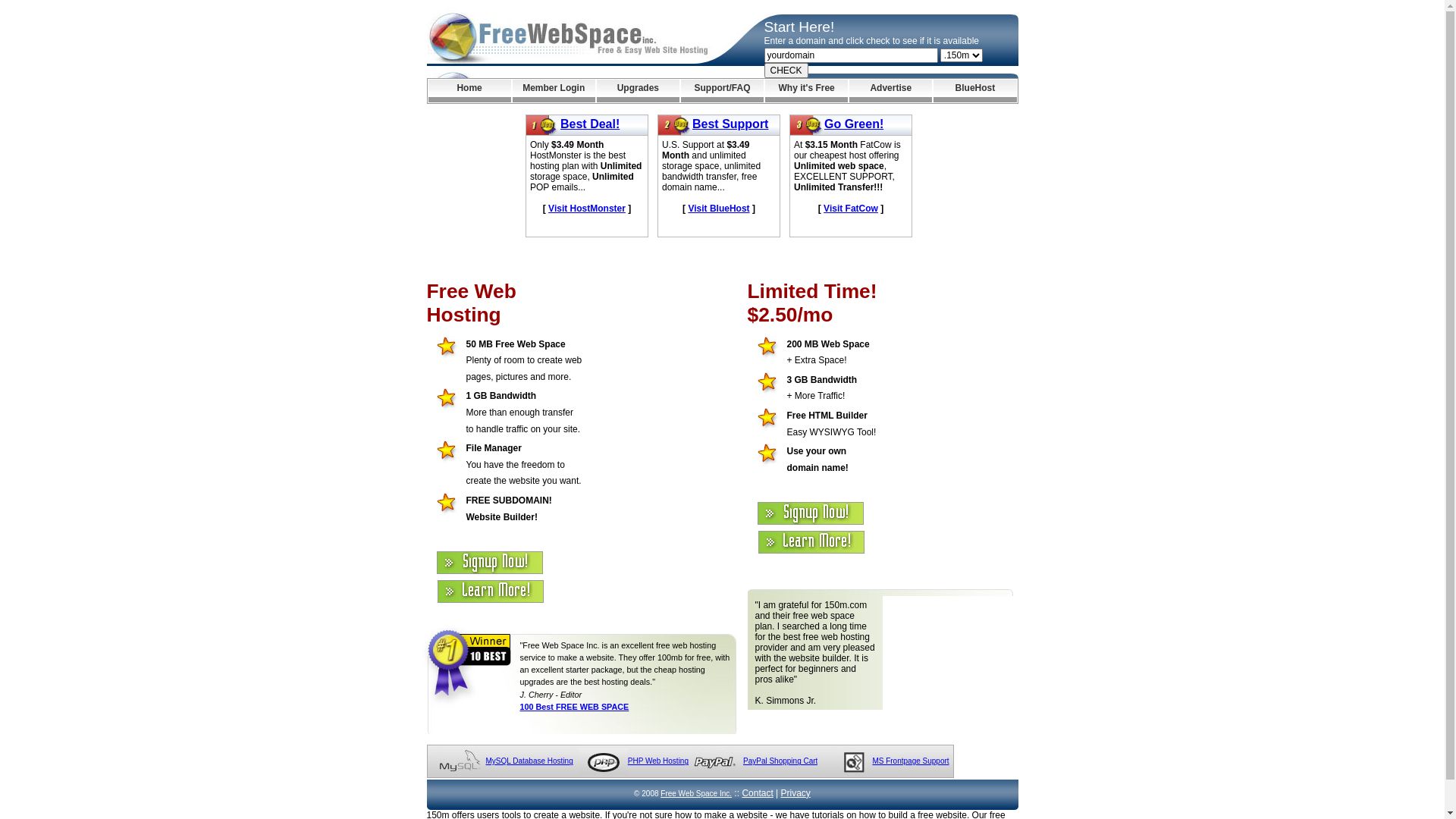 This screenshot has width=1456, height=819. I want to click on 'BlueHost', so click(974, 90).